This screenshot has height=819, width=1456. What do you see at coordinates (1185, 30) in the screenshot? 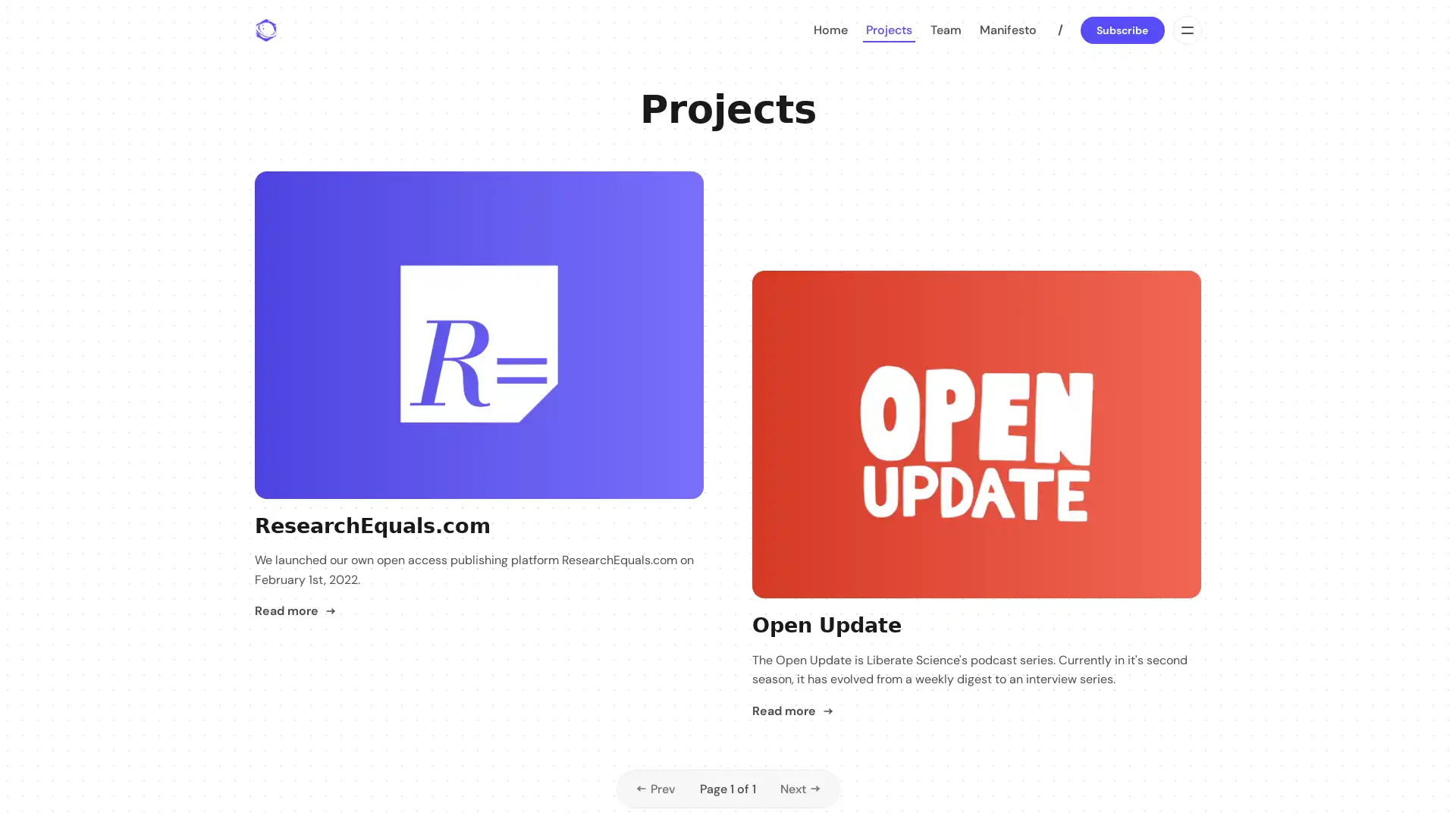
I see `Menu` at bounding box center [1185, 30].